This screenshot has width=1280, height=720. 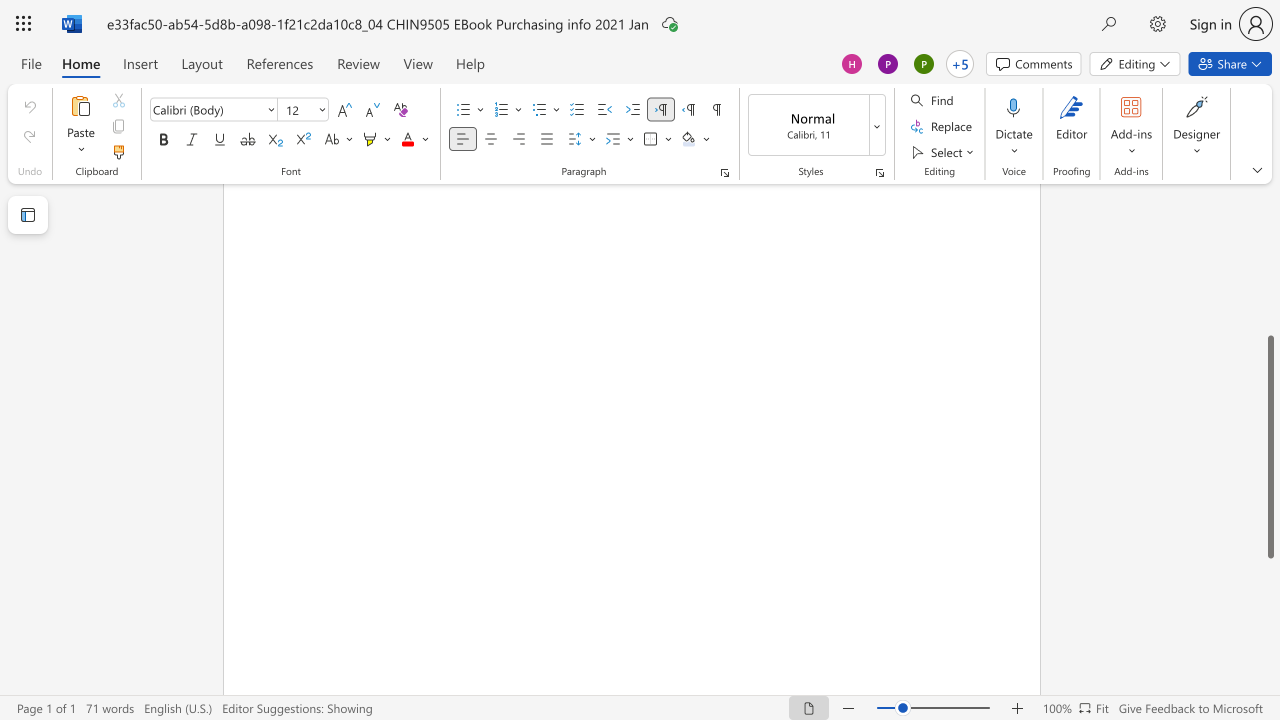 I want to click on the scrollbar and move down 190 pixels, so click(x=1269, y=446).